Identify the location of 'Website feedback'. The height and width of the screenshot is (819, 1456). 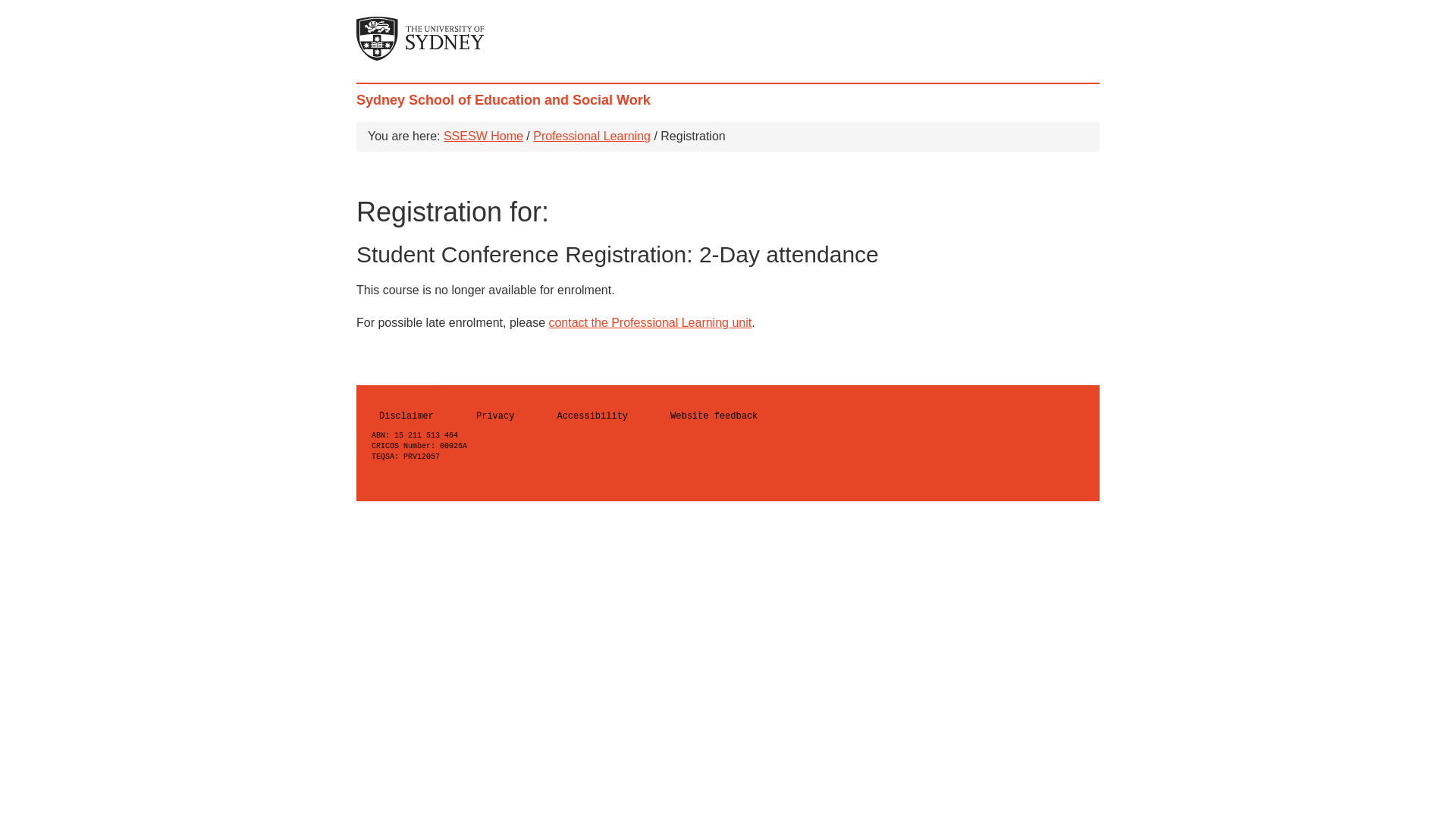
(735, 416).